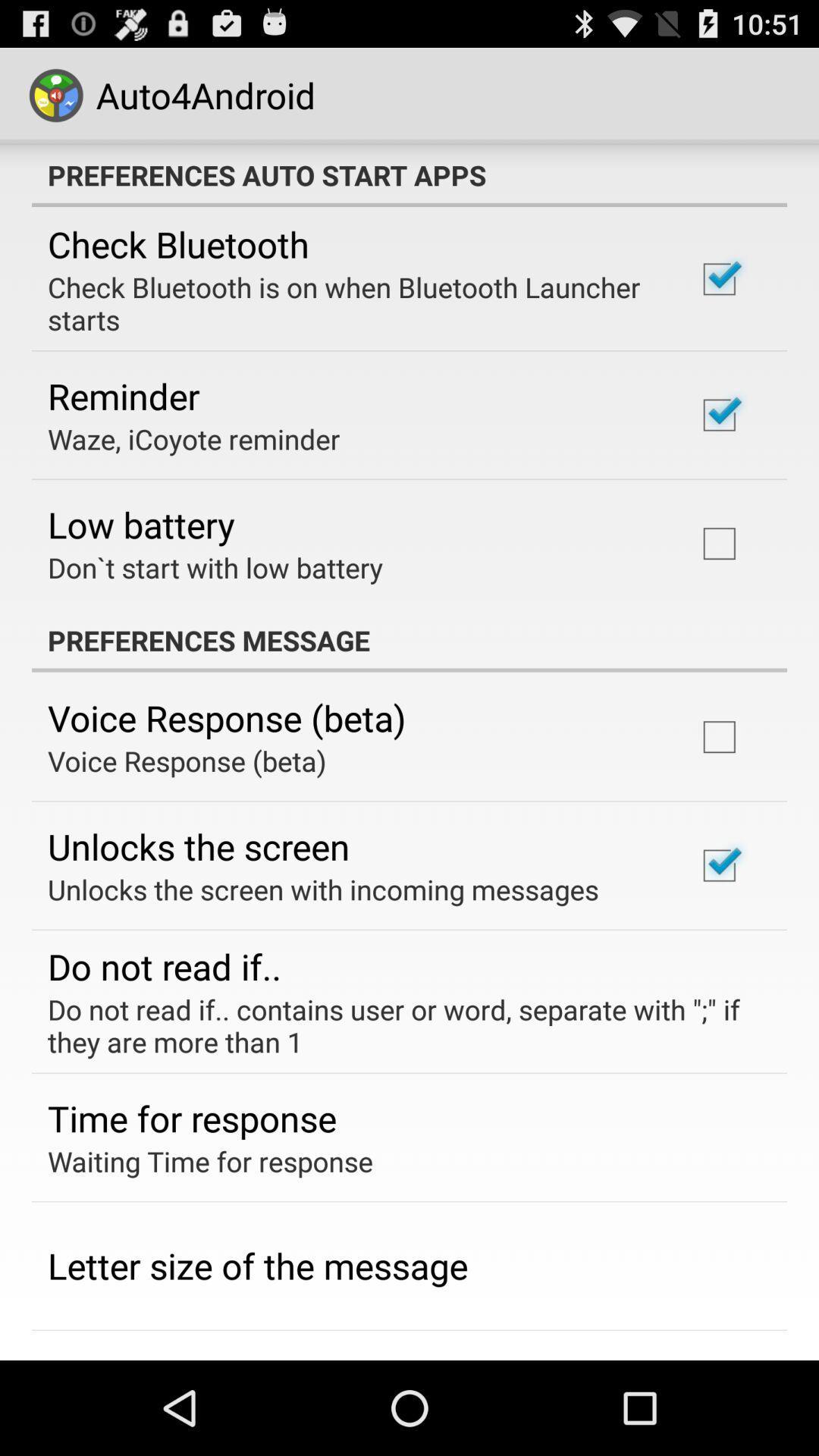  I want to click on the icon above the check bluetooth, so click(409, 174).